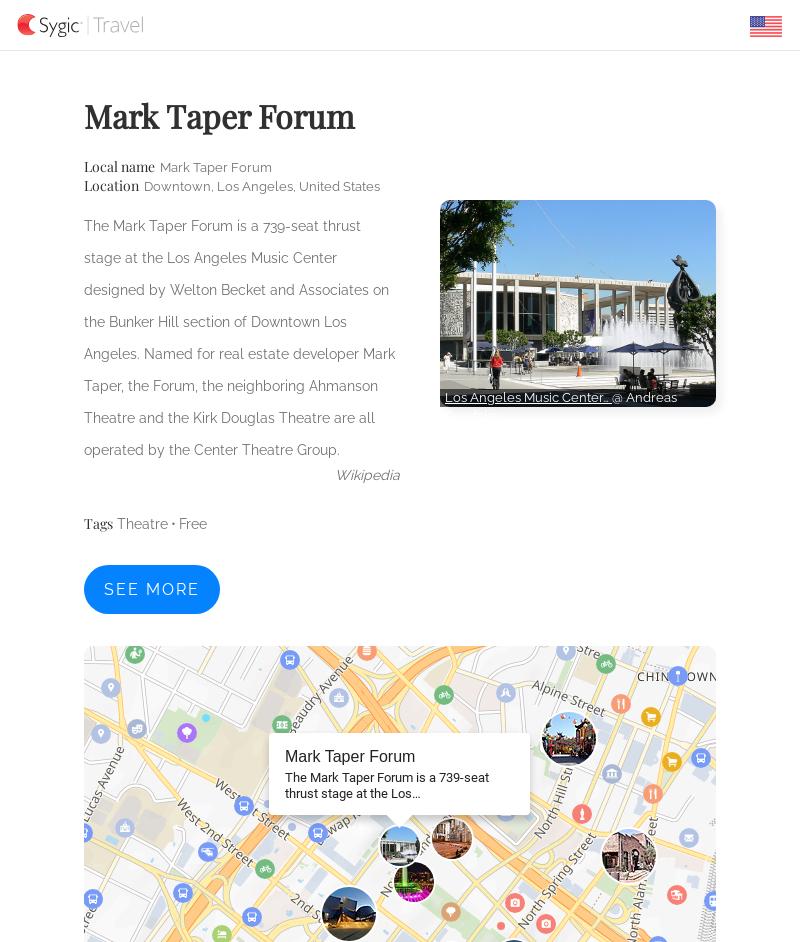  I want to click on 'See more', so click(103, 589).